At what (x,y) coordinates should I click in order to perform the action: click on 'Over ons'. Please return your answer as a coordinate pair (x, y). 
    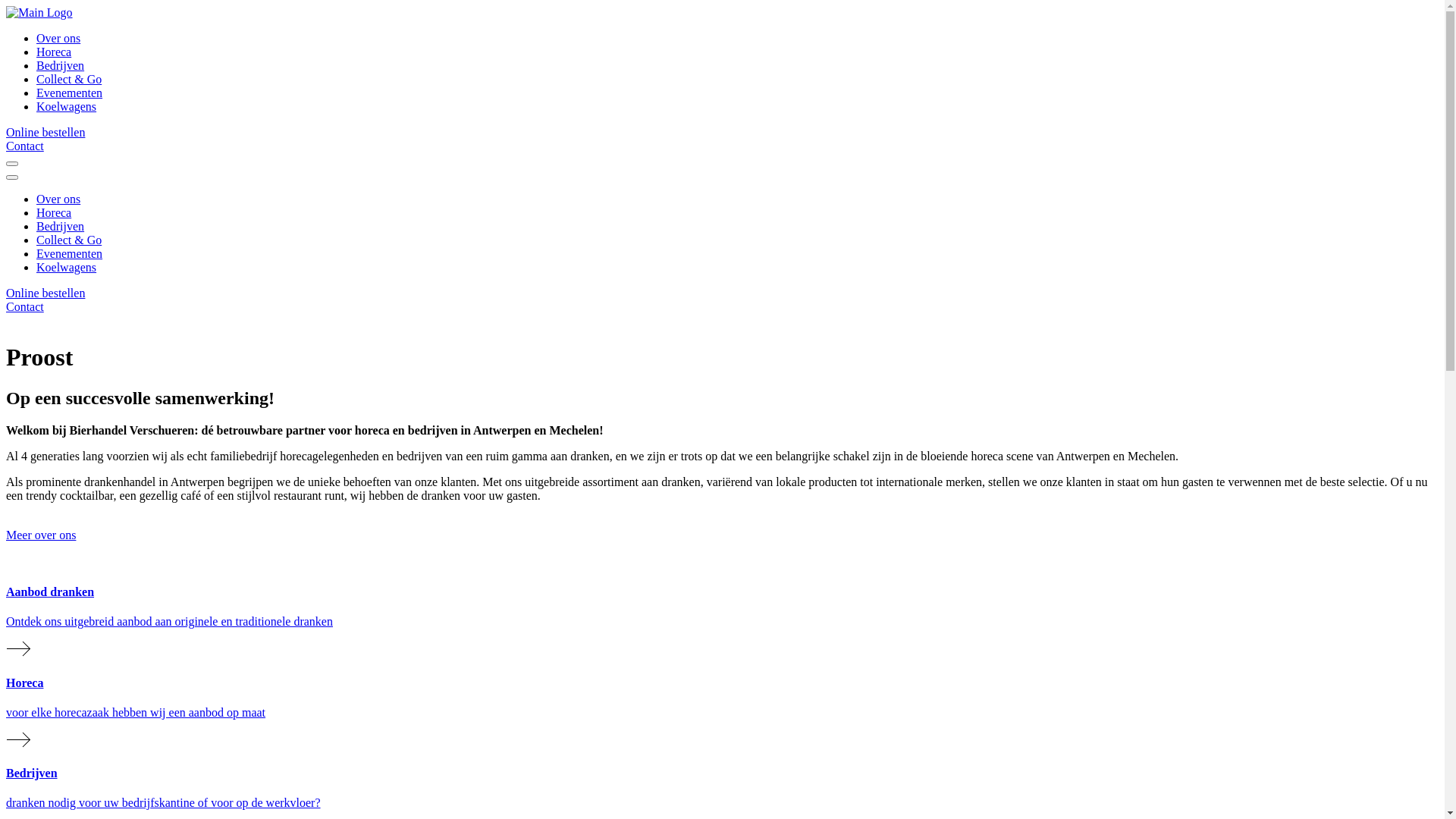
    Looking at the image, I should click on (58, 198).